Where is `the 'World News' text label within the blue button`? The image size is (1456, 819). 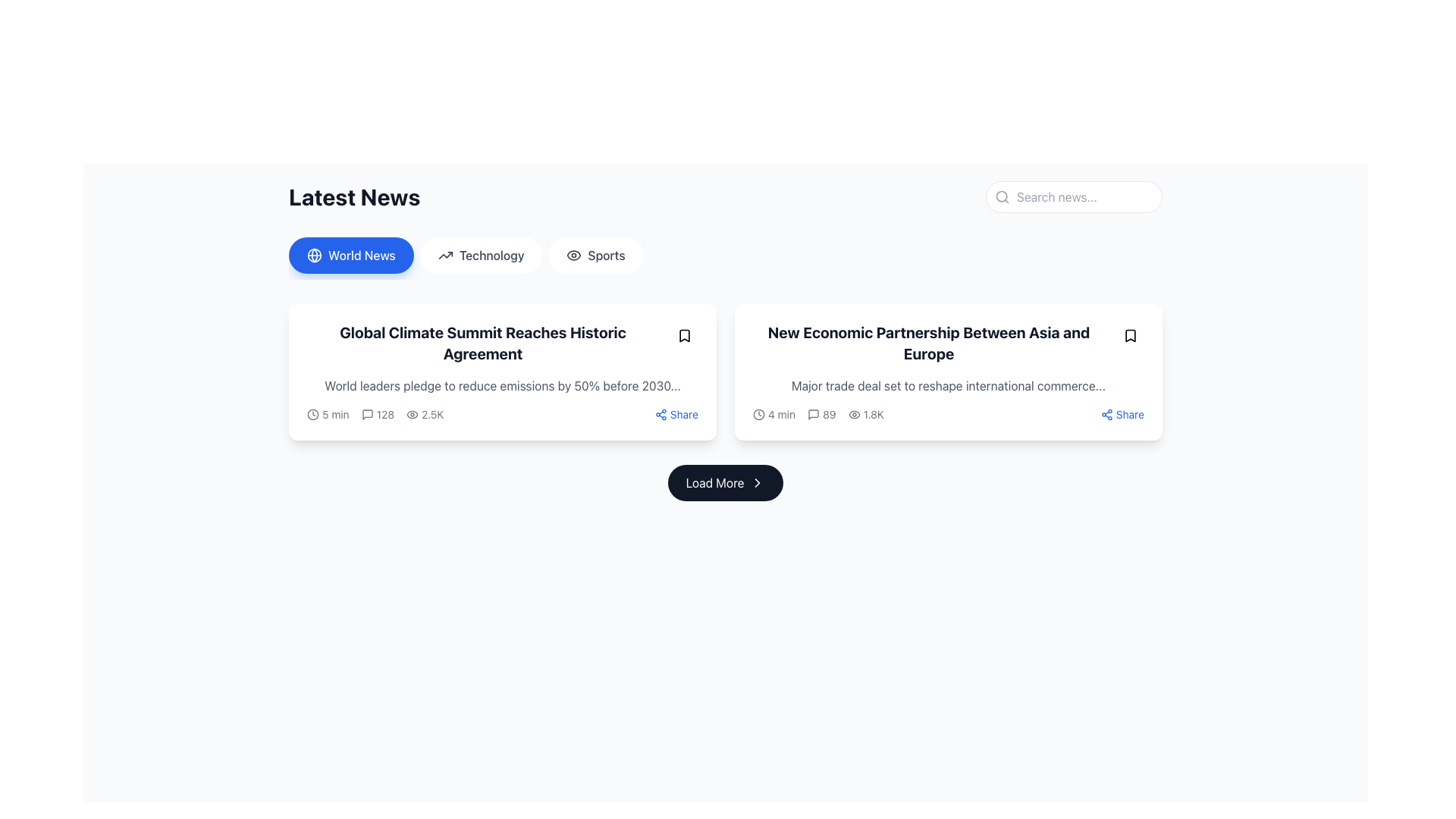
the 'World News' text label within the blue button is located at coordinates (361, 254).